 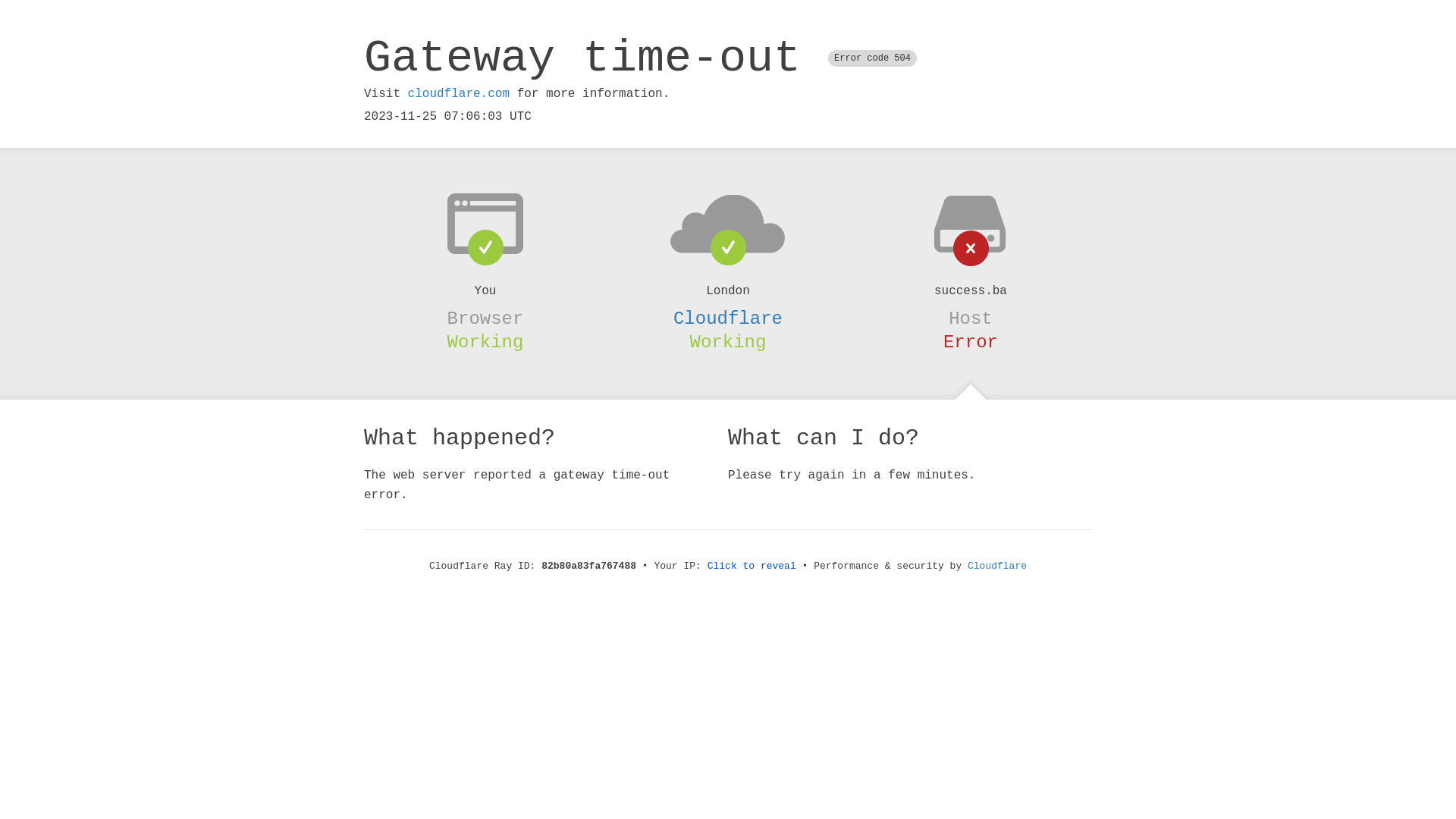 What do you see at coordinates (673, 318) in the screenshot?
I see `'Cloudflare'` at bounding box center [673, 318].